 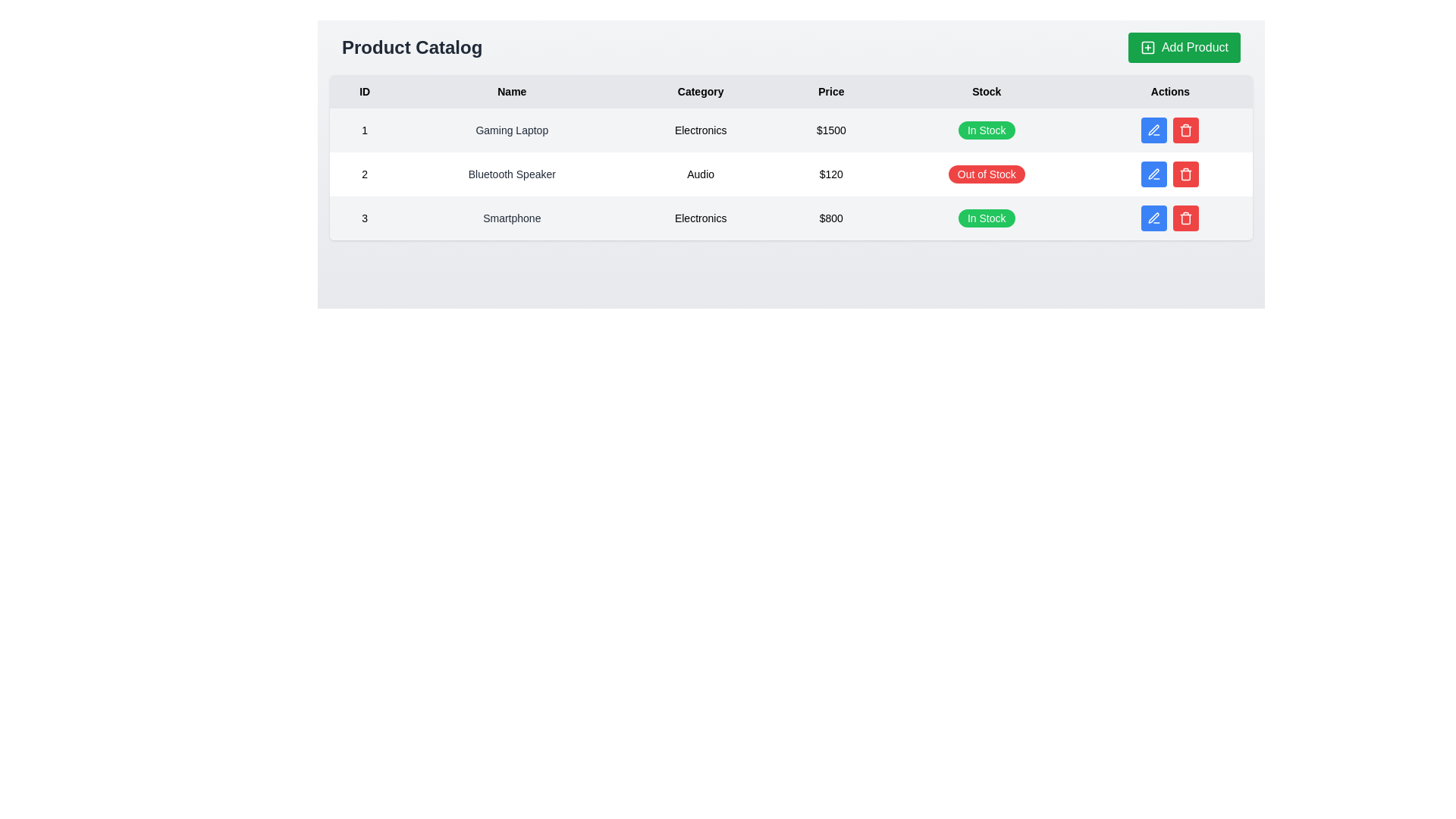 I want to click on the leftmost blue pen icon button in the 'Actions' column of the second row, so click(x=1153, y=130).